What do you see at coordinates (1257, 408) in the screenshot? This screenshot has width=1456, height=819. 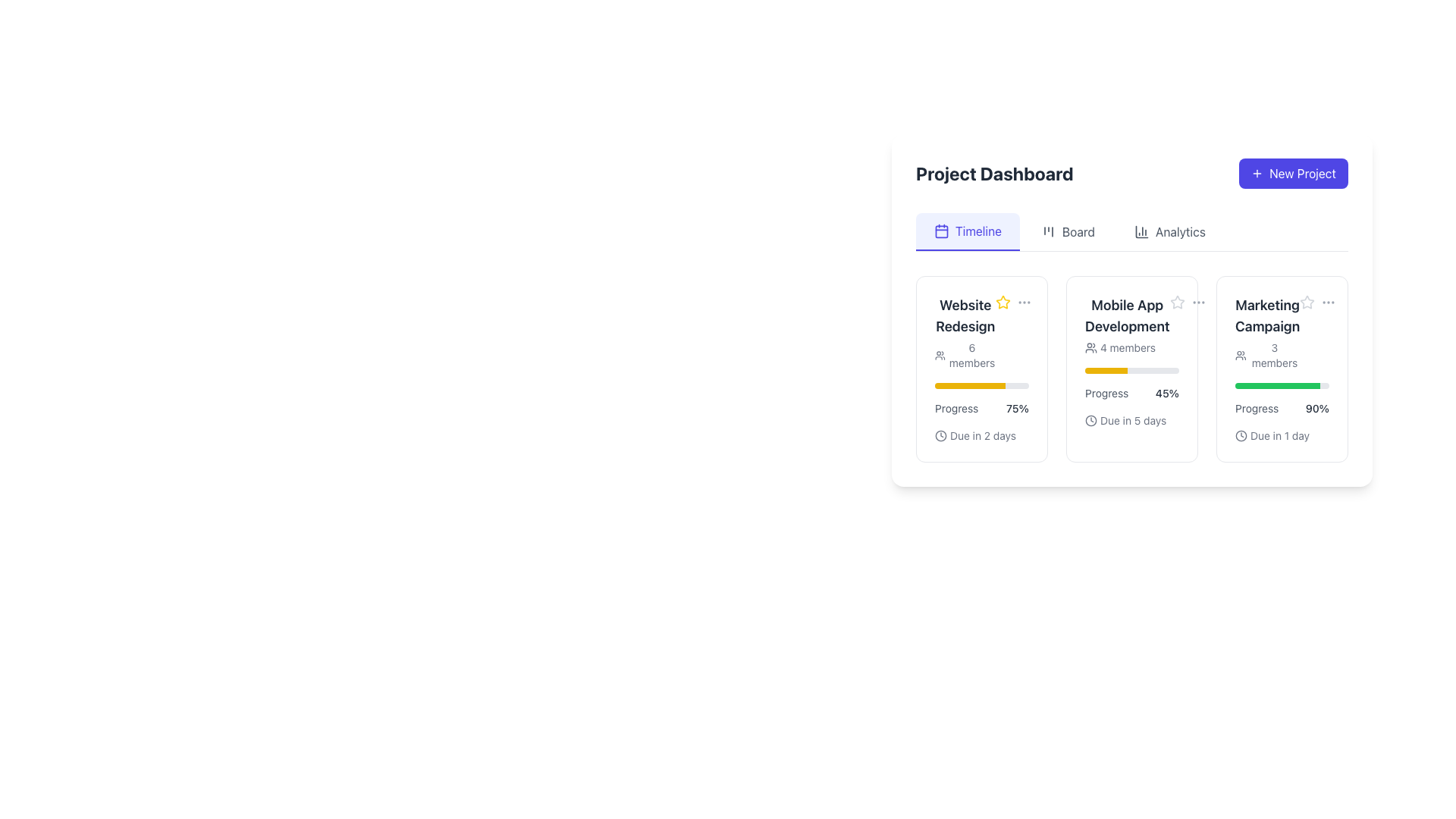 I see `the Text Label that indicates the progress status above the '90%' text in the 'Marketing Campaign' card on the dashboard` at bounding box center [1257, 408].